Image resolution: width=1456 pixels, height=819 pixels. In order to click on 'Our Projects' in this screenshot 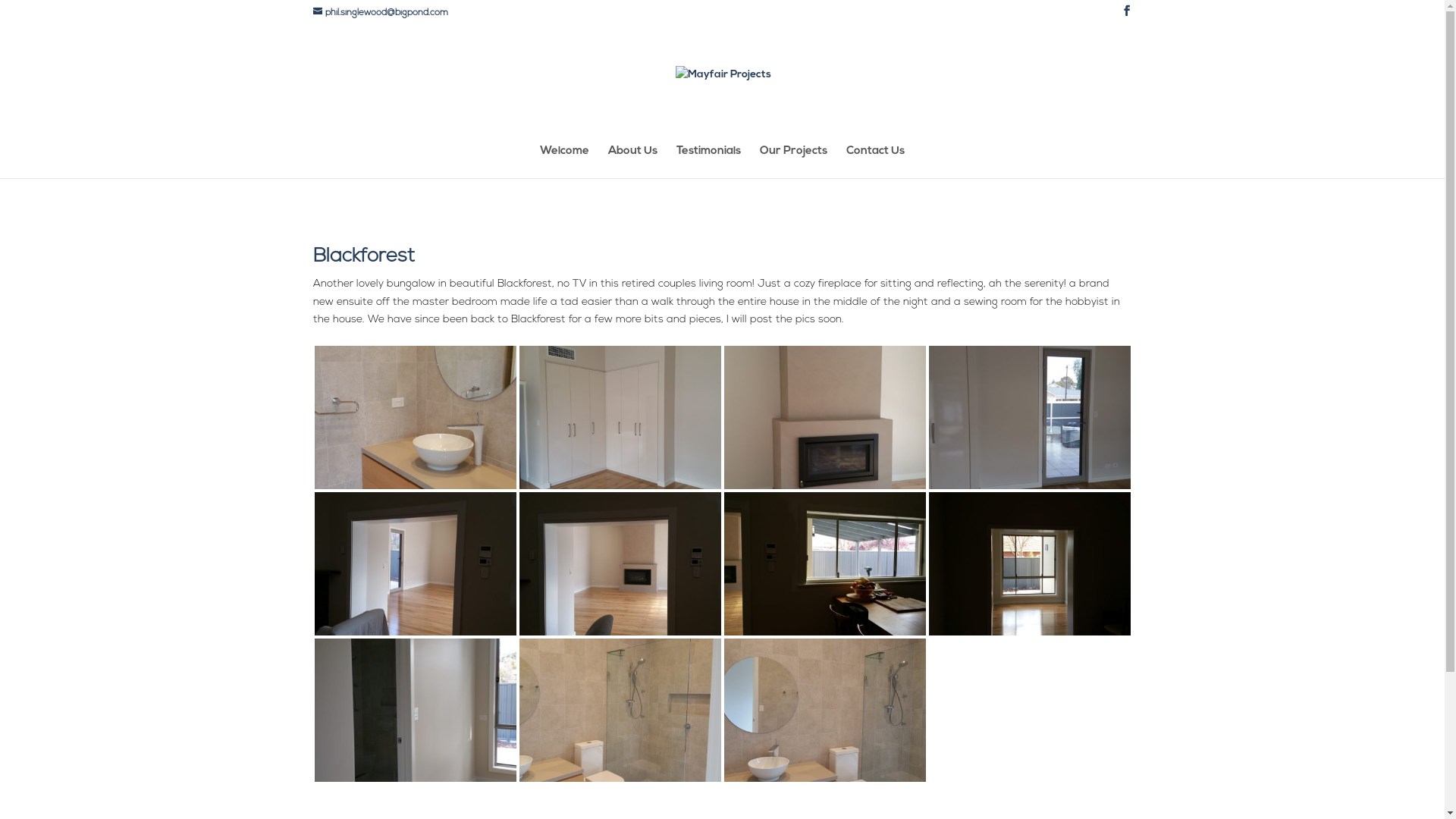, I will do `click(760, 162)`.